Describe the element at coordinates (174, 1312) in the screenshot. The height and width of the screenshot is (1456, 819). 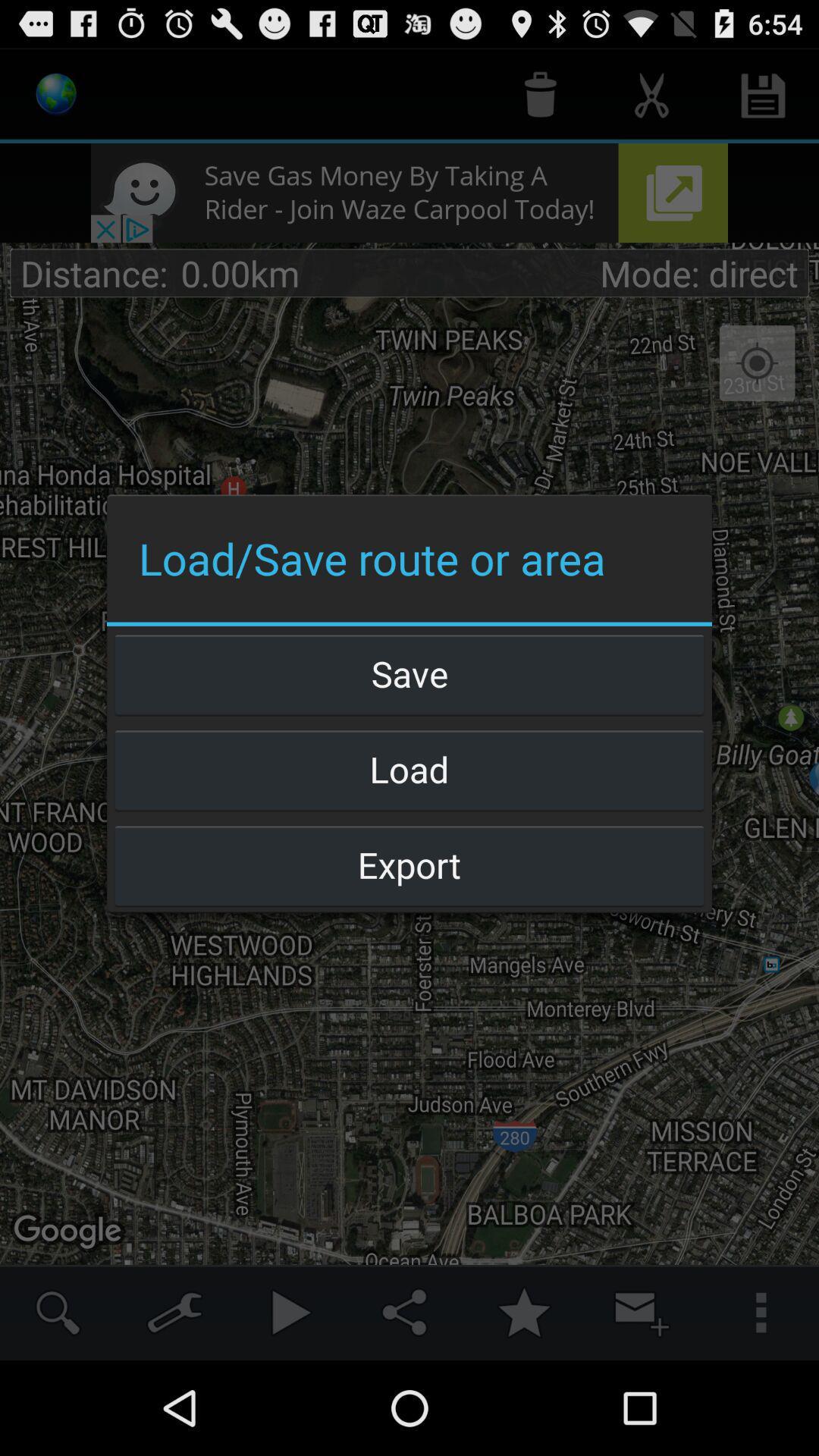
I see `tool button which is after search button` at that location.